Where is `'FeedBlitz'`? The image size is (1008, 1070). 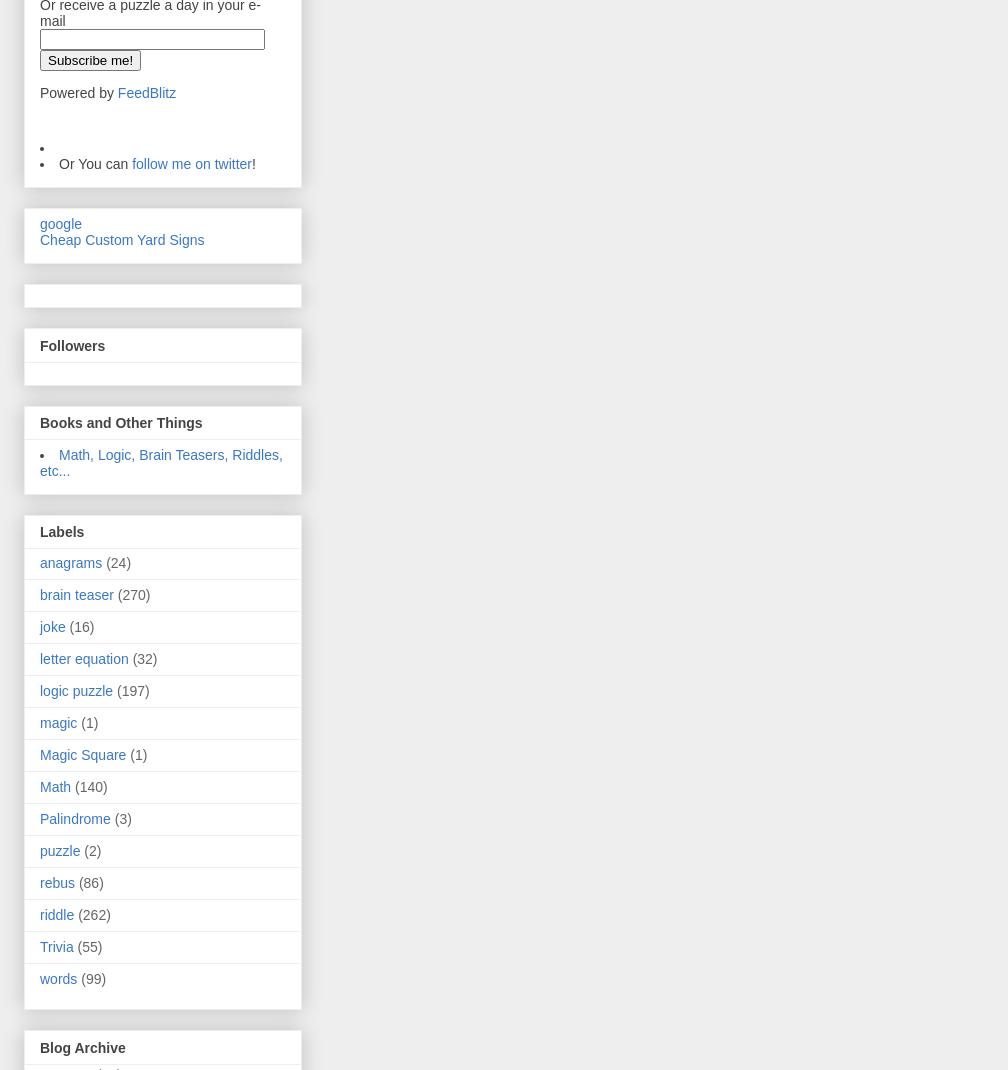 'FeedBlitz' is located at coordinates (146, 92).